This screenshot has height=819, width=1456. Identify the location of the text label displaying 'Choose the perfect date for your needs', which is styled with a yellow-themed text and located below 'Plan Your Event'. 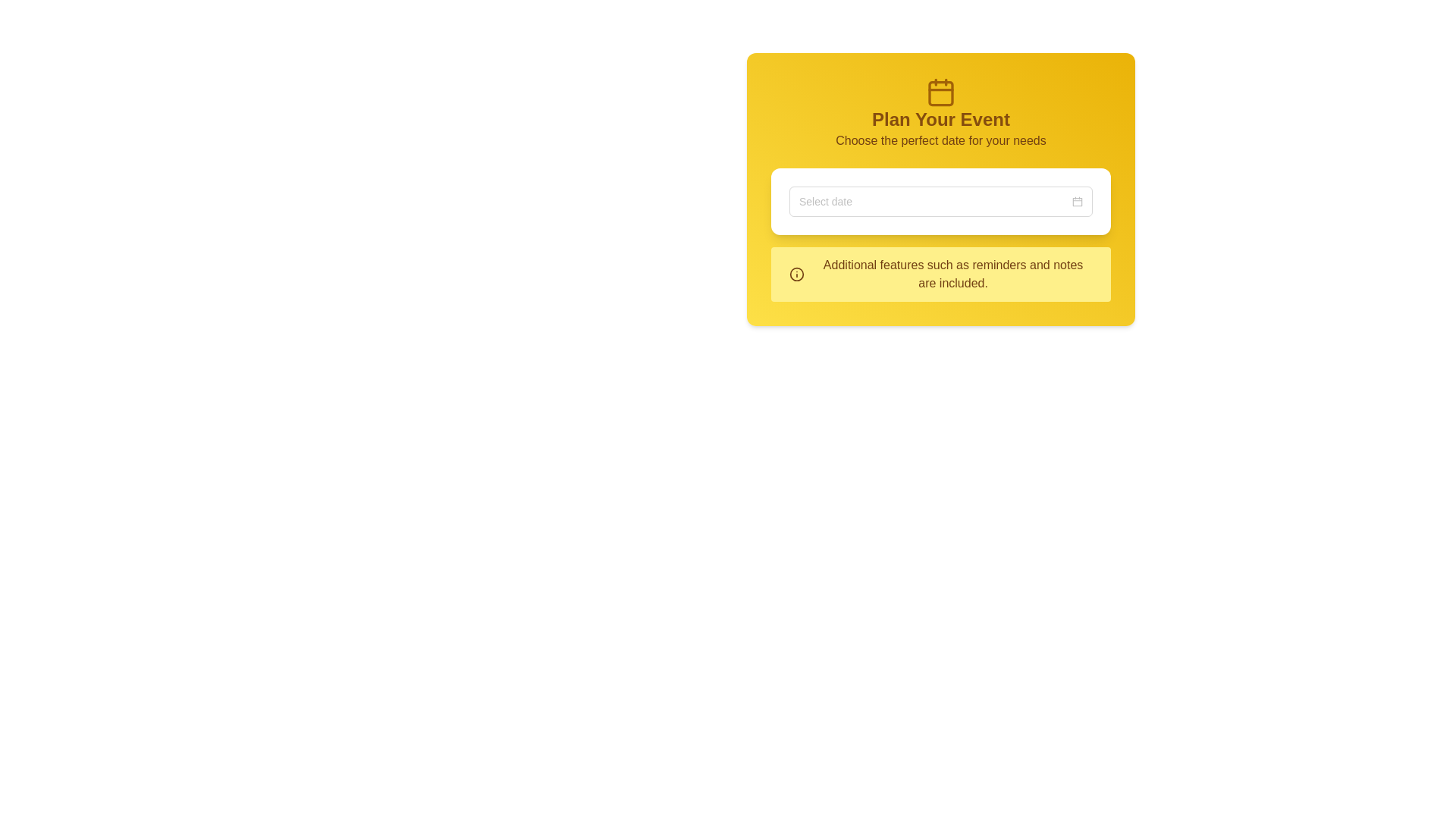
(940, 140).